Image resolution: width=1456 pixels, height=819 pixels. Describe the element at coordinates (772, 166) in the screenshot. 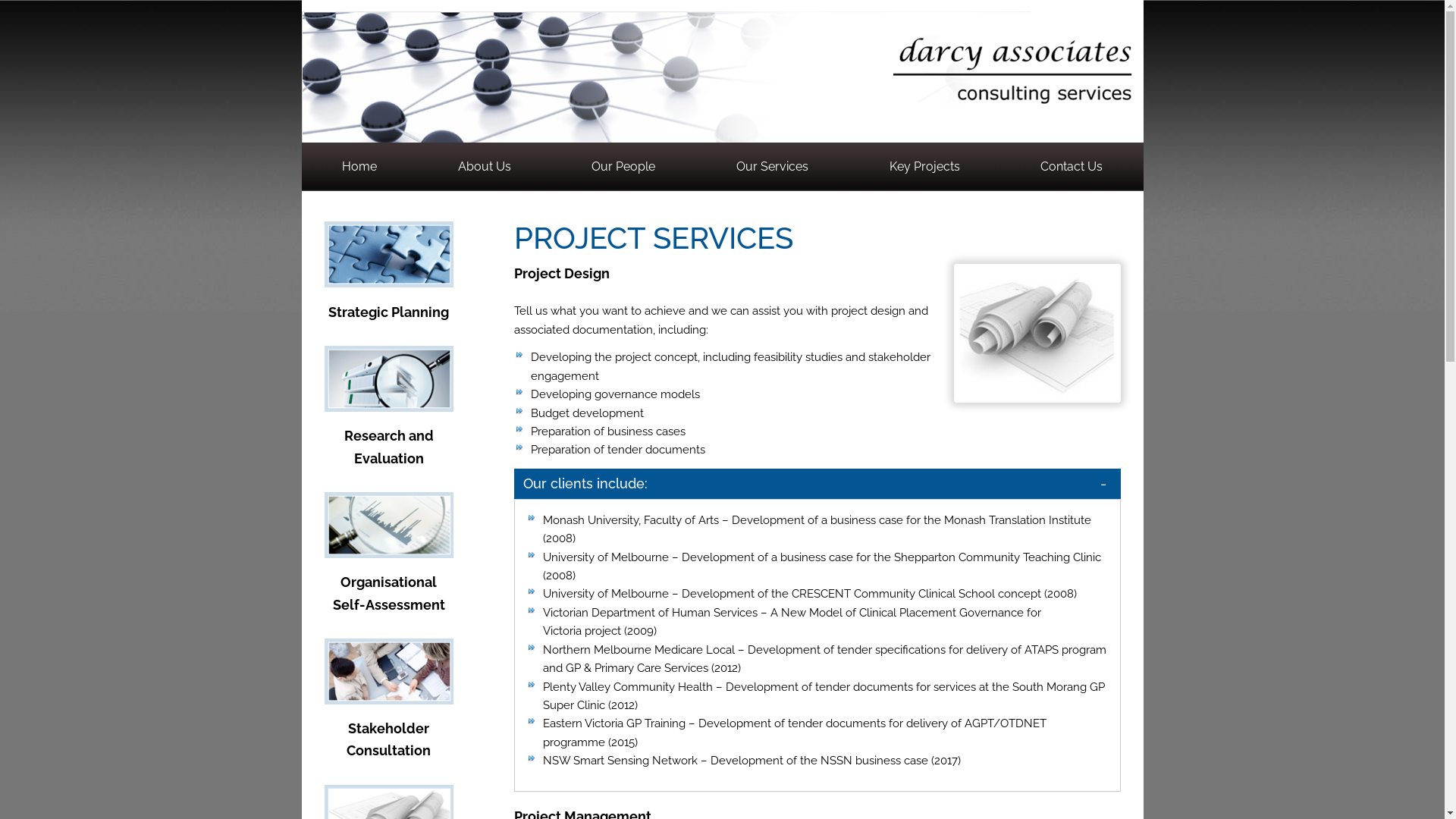

I see `'Our Services'` at that location.